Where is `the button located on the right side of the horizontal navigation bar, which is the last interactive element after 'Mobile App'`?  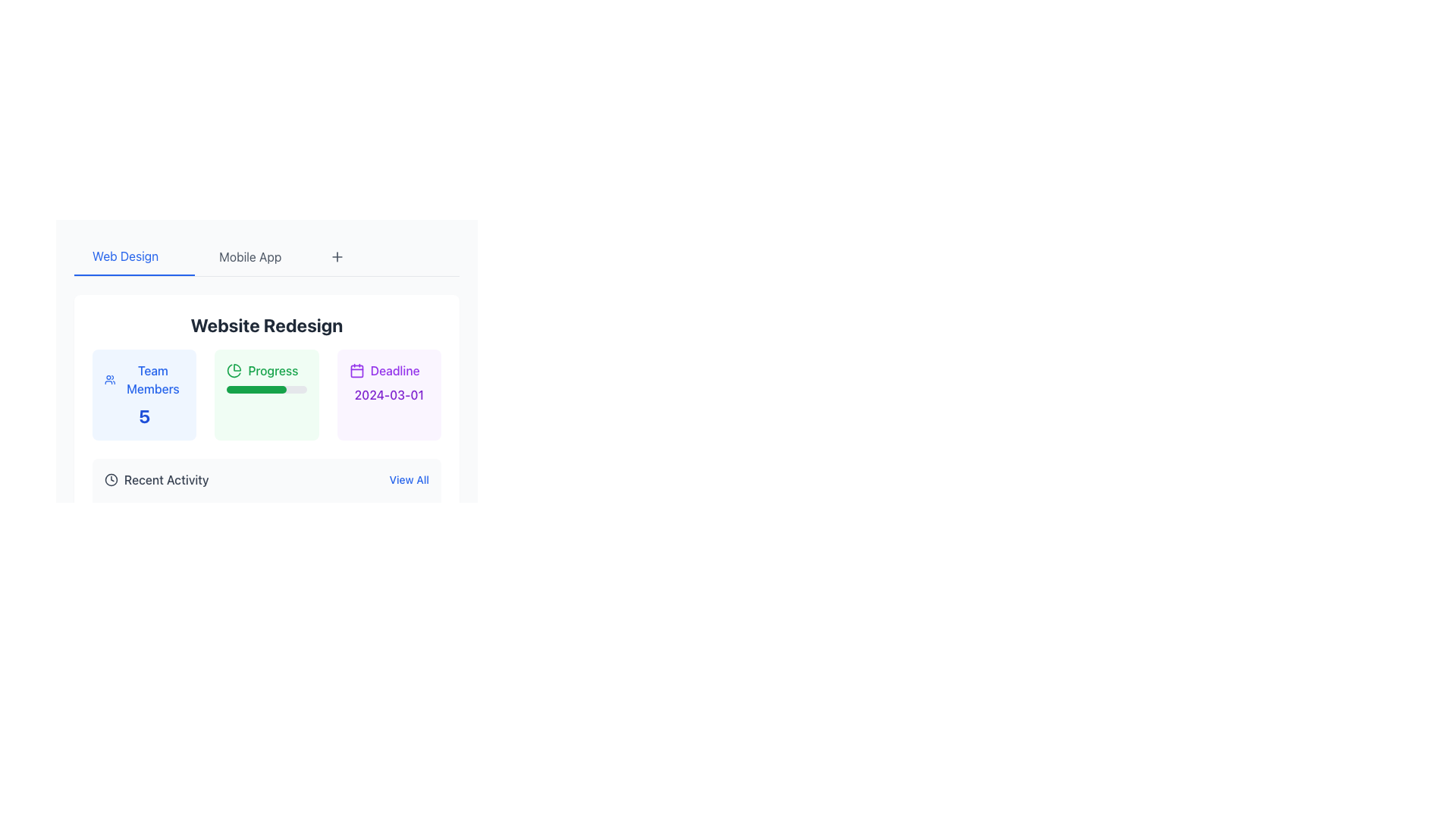
the button located on the right side of the horizontal navigation bar, which is the last interactive element after 'Mobile App' is located at coordinates (337, 256).